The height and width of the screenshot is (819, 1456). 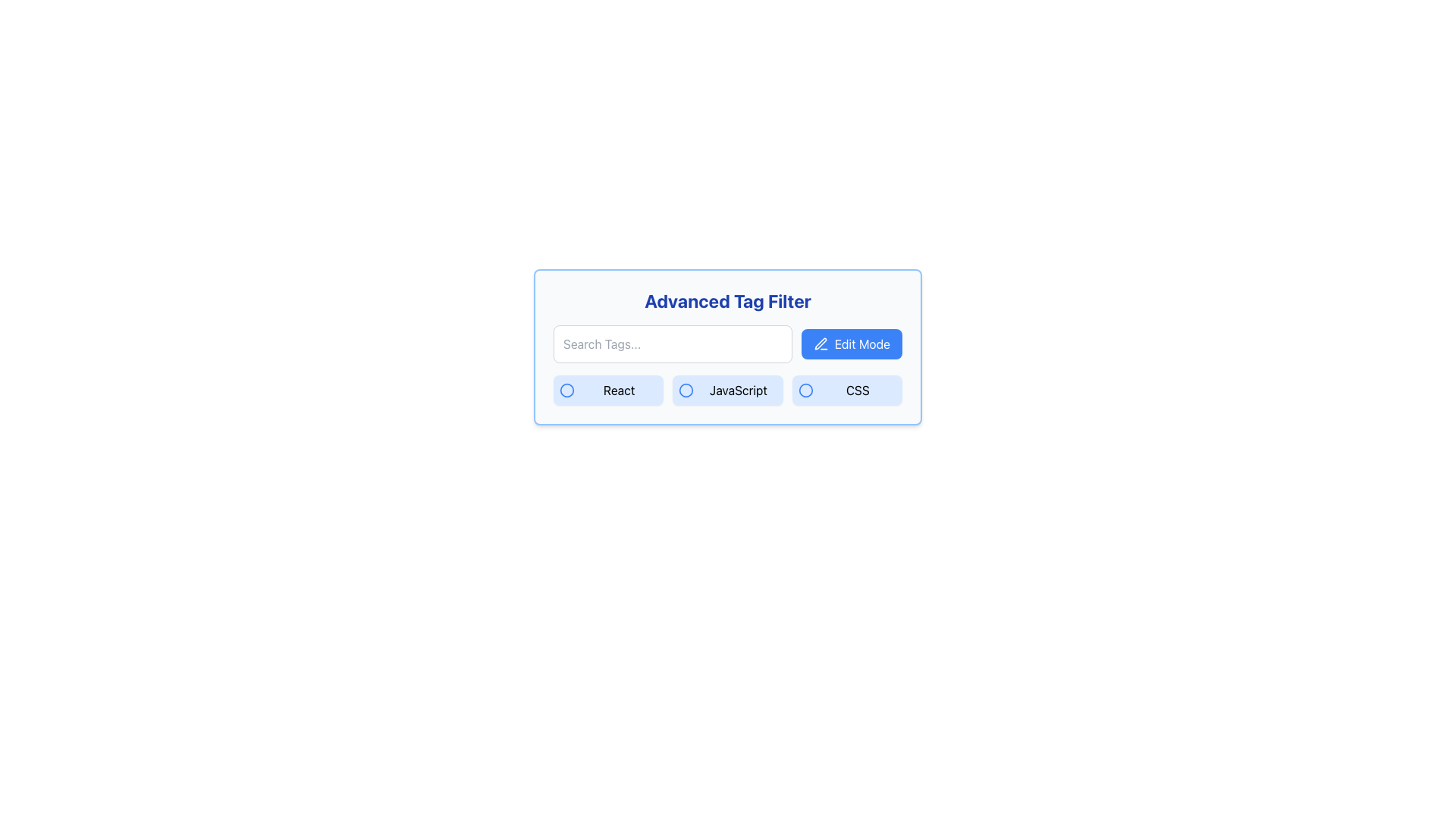 What do you see at coordinates (566, 390) in the screenshot?
I see `the circular icon with a blue border and transparent fill, located to the left of the 'React' label` at bounding box center [566, 390].